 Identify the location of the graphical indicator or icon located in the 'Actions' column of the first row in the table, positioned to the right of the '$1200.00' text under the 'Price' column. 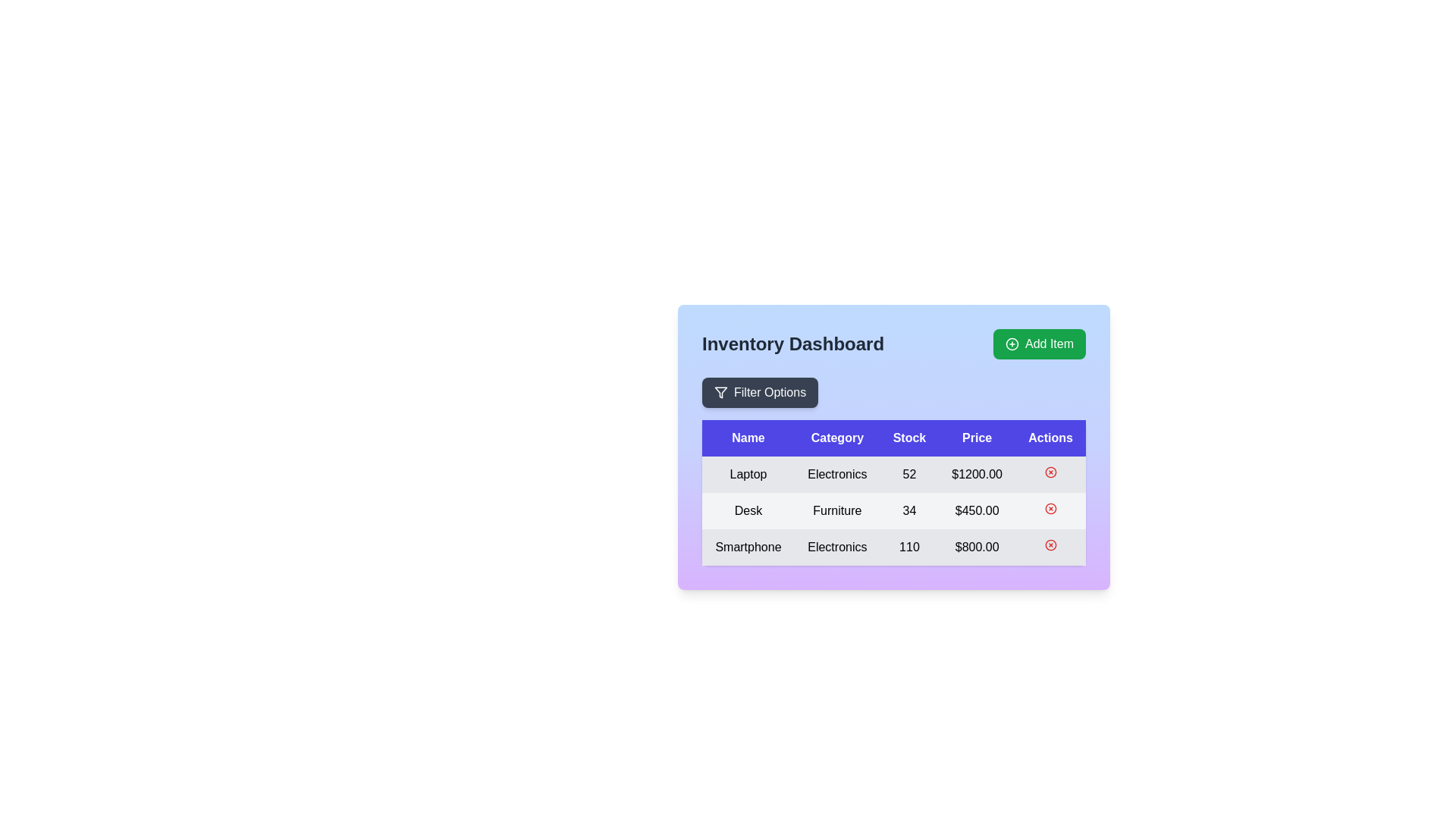
(1050, 473).